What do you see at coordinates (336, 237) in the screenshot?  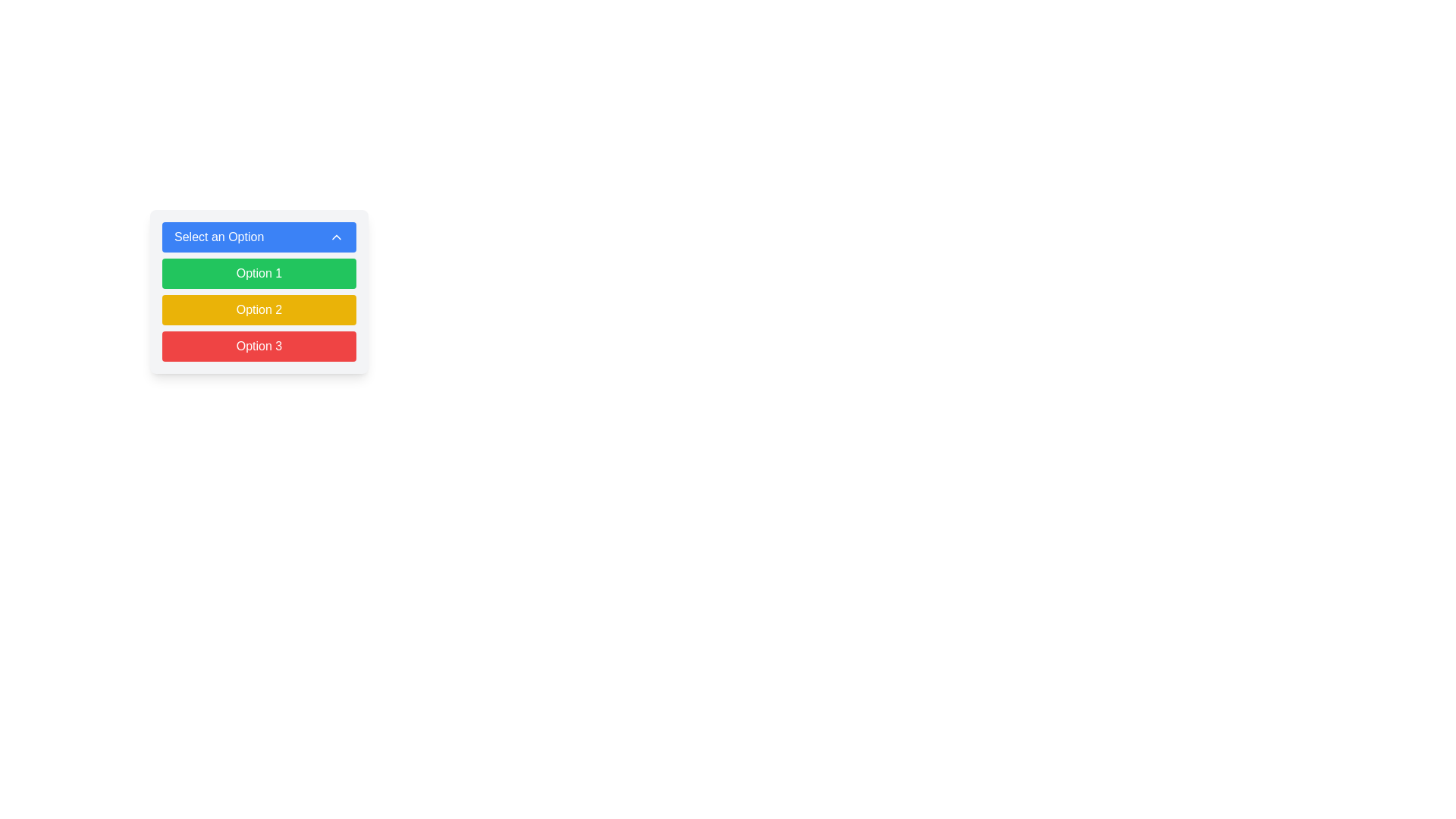 I see `the chevron button located on the rightmost side of the 'Select an Option' button` at bounding box center [336, 237].